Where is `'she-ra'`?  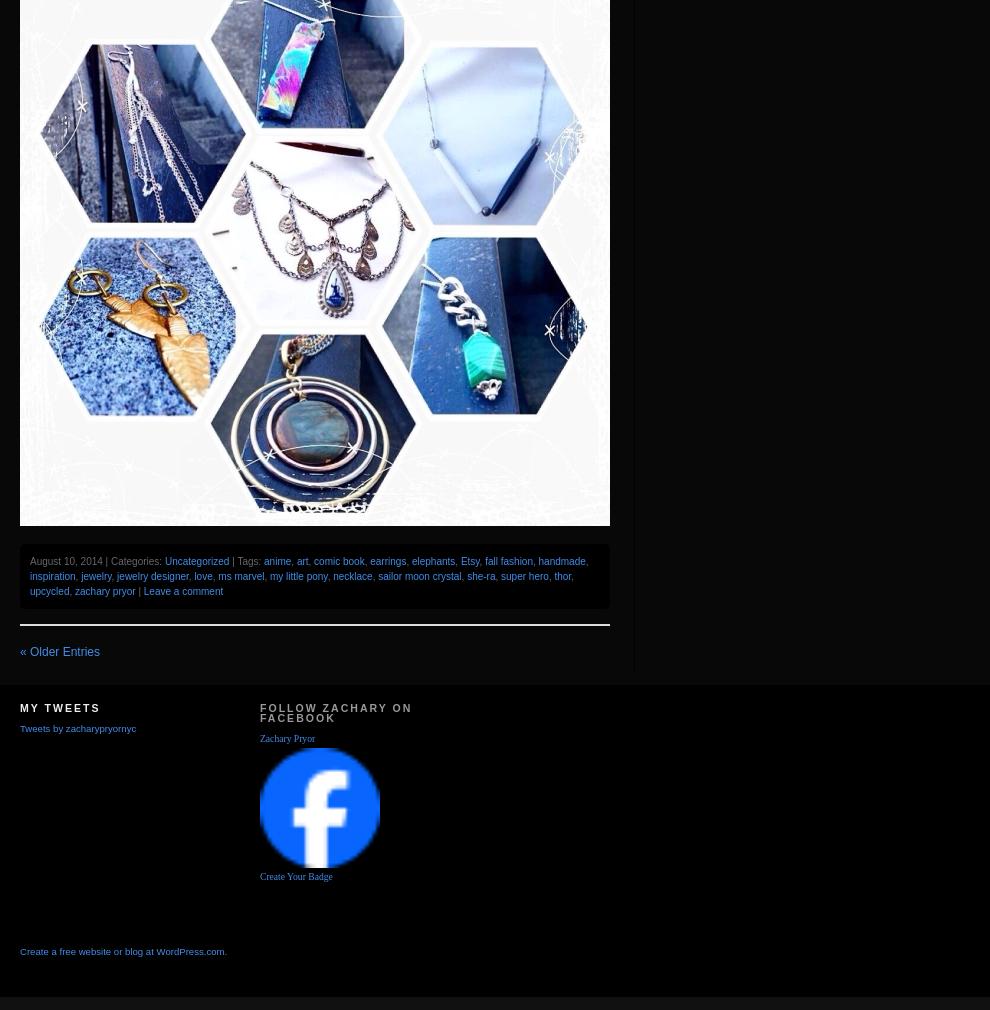
'she-ra' is located at coordinates (481, 575).